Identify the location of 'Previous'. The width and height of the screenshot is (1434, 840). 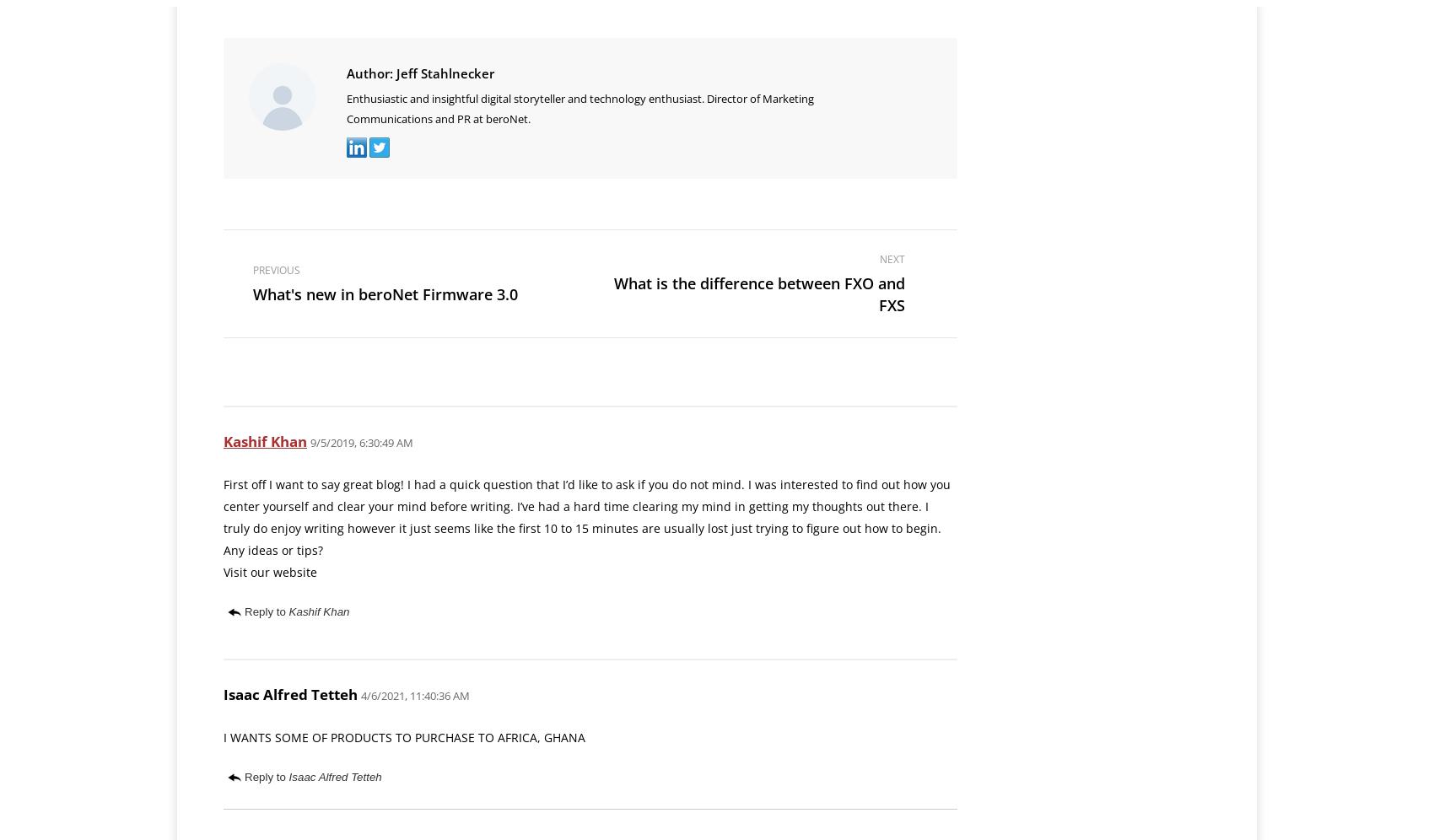
(275, 269).